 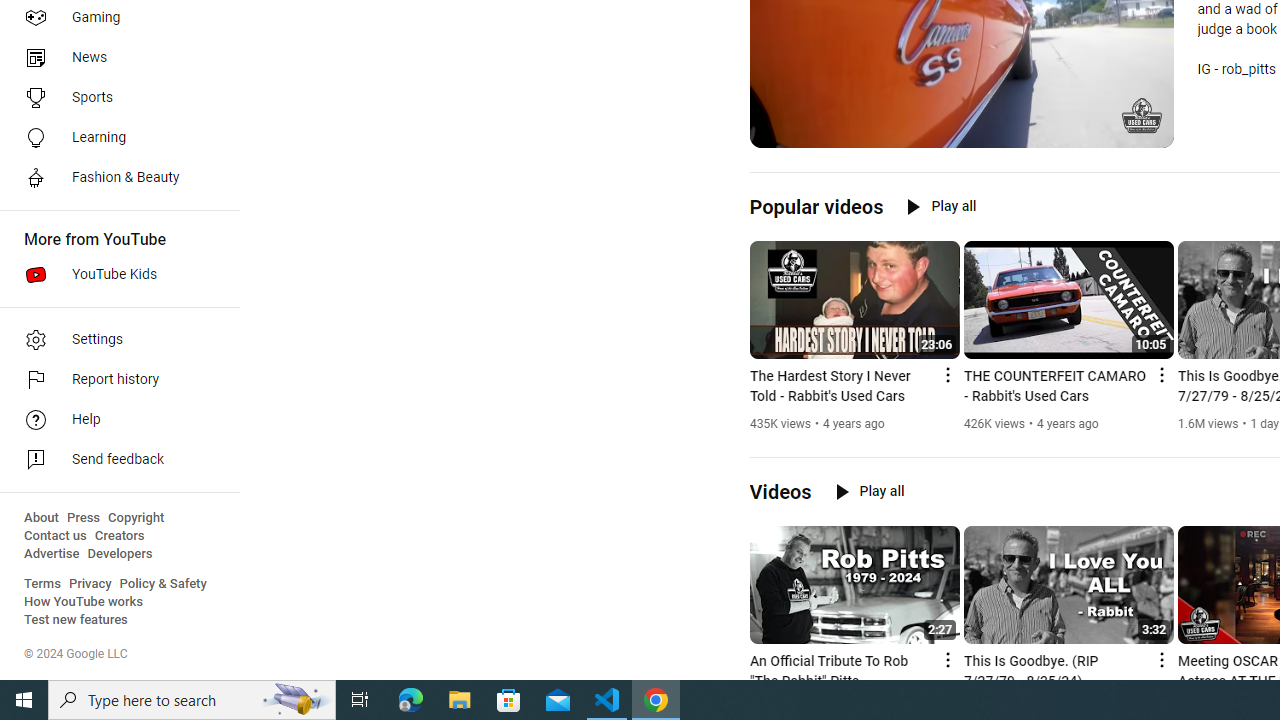 I want to click on 'Action menu', so click(x=1160, y=659).